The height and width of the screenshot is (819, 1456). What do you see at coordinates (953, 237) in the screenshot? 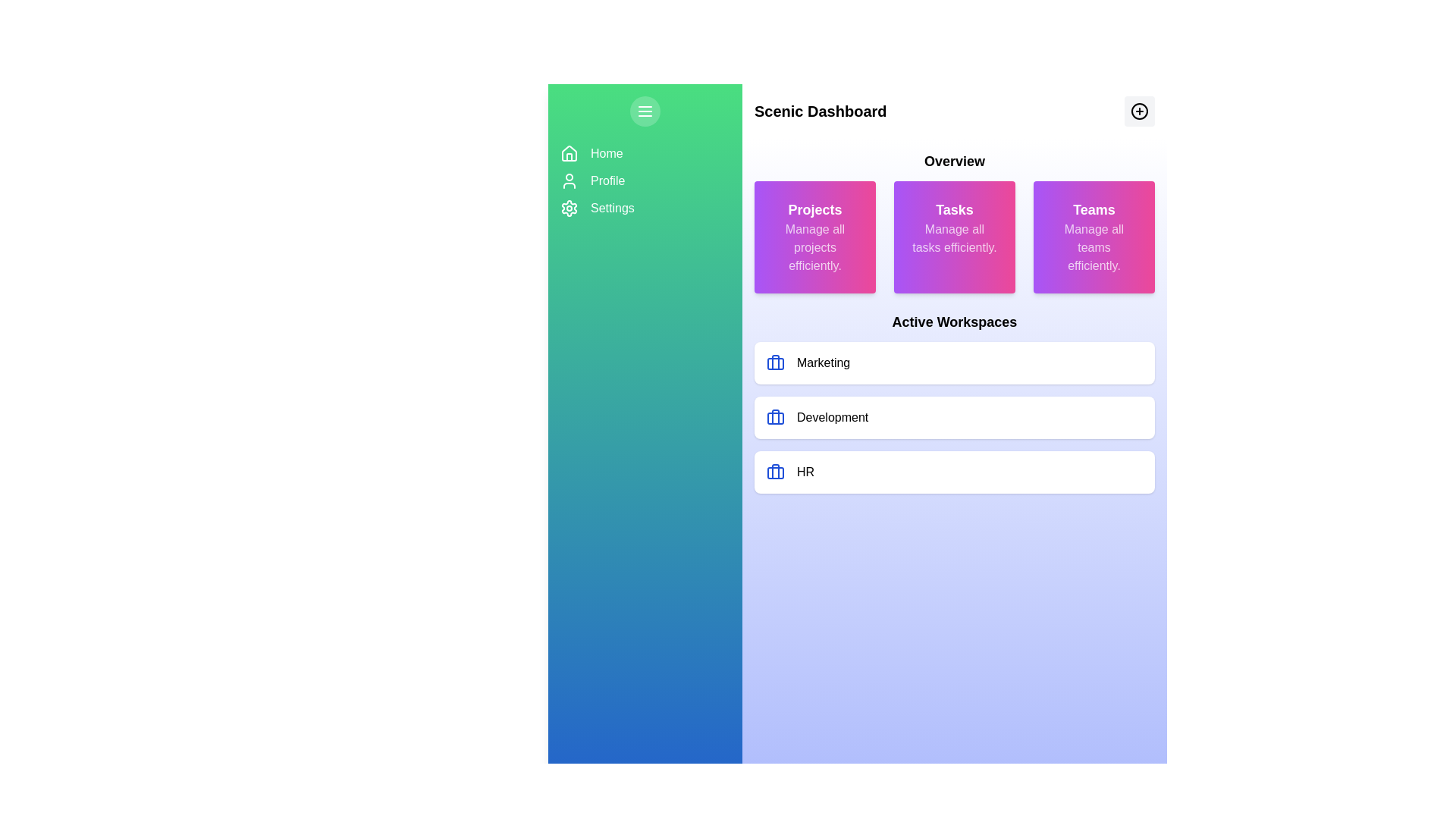
I see `the Card component located in the second column of the Overview section, which provides an overview of tasks between the 'Projects' and 'Teams' cards` at bounding box center [953, 237].